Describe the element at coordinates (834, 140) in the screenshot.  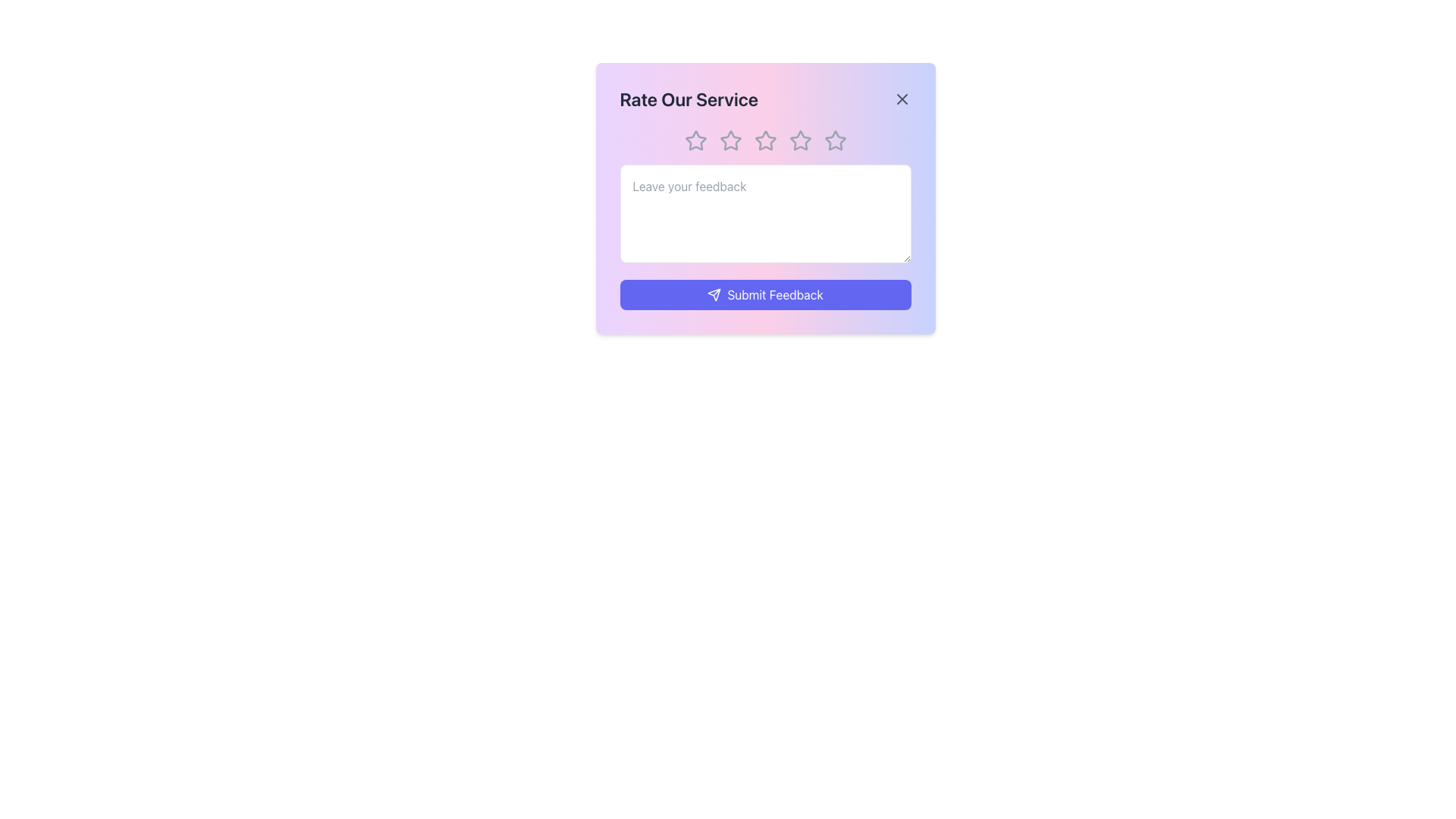
I see `the fifth Interactive Rating Star Icon` at that location.